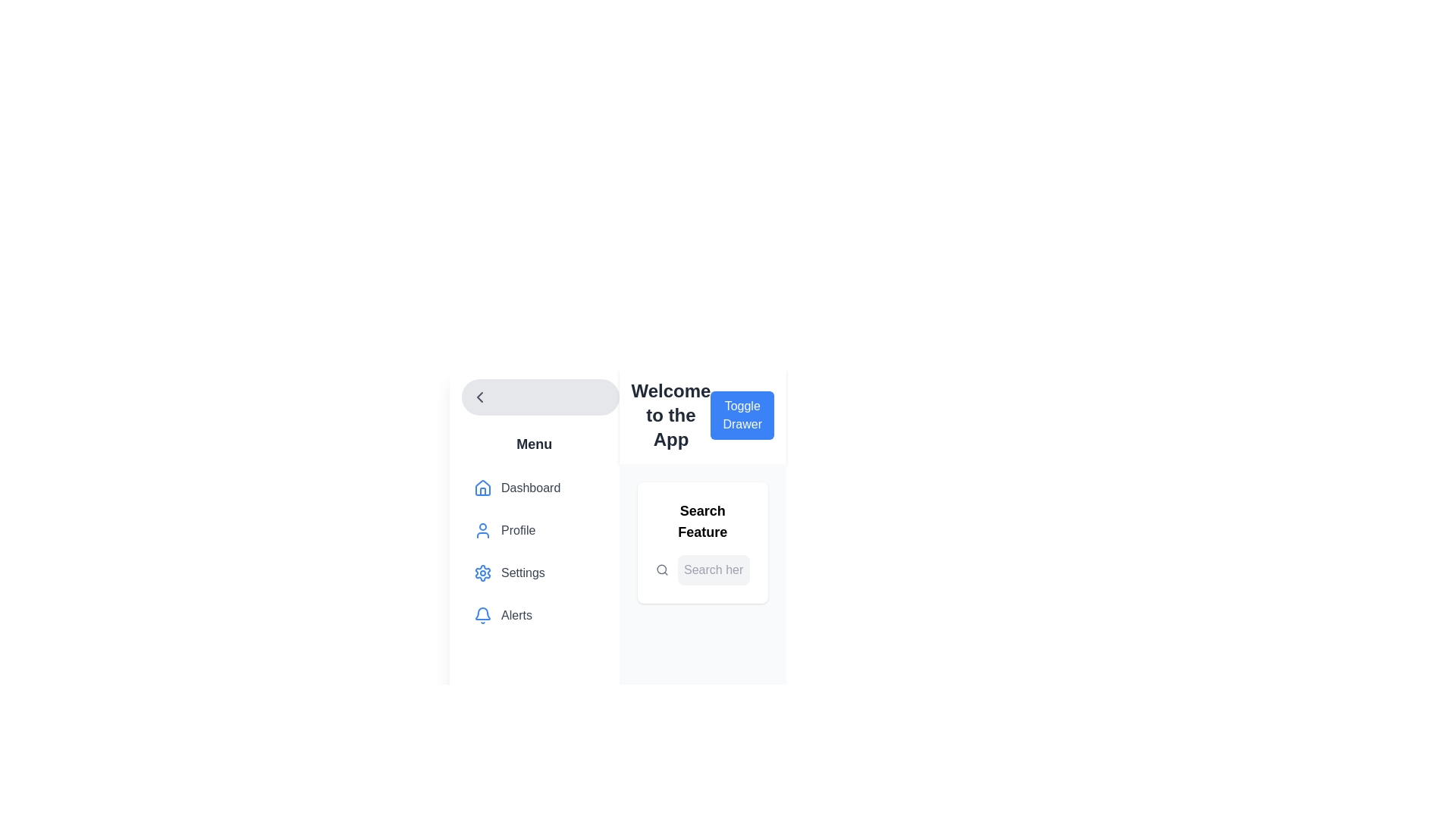 The width and height of the screenshot is (1456, 819). What do you see at coordinates (662, 570) in the screenshot?
I see `the search icon located to the left of the 'Search here...' text input field as an intuitive cue for searching` at bounding box center [662, 570].